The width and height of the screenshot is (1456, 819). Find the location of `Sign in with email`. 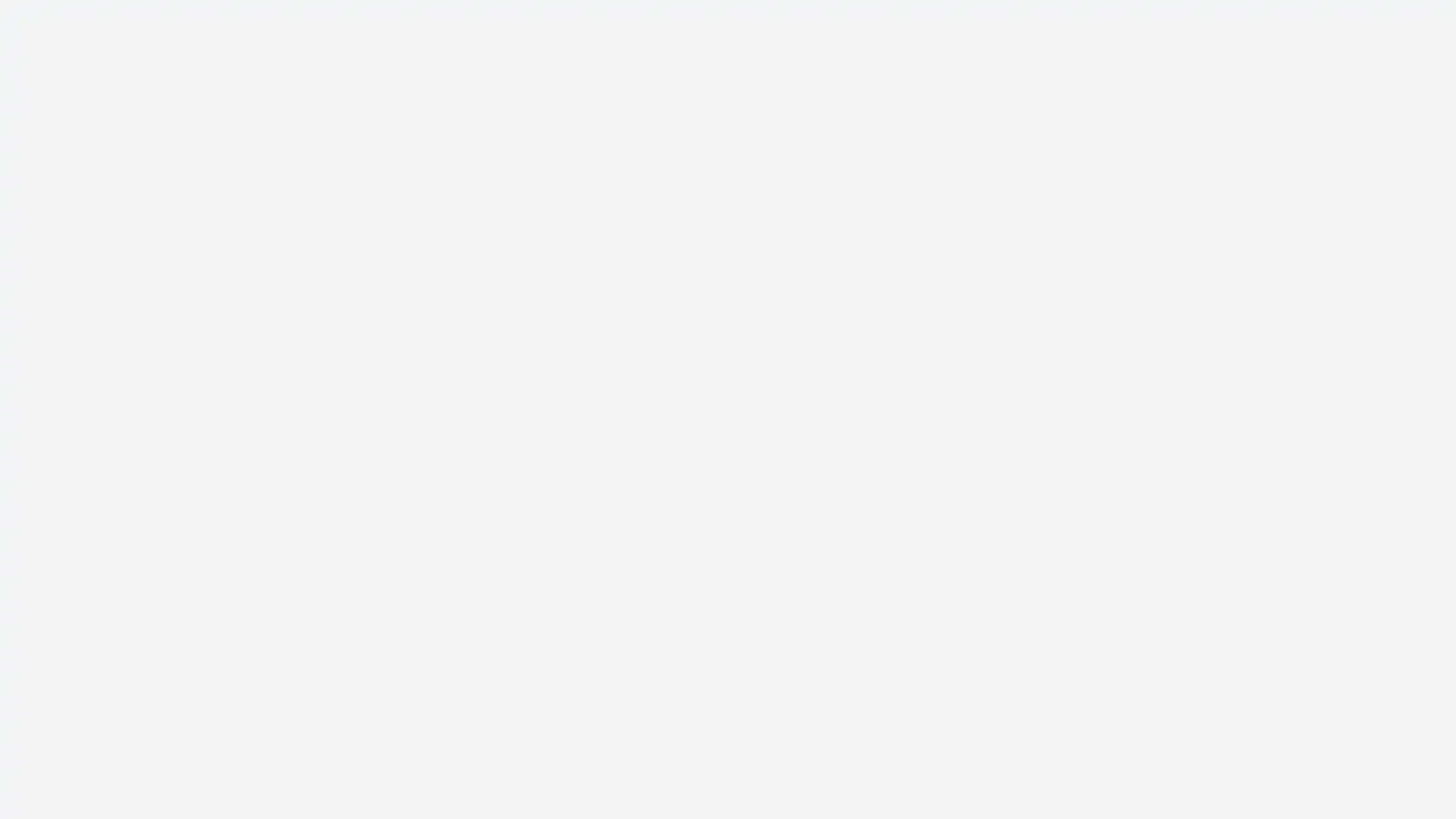

Sign in with email is located at coordinates (728, 381).